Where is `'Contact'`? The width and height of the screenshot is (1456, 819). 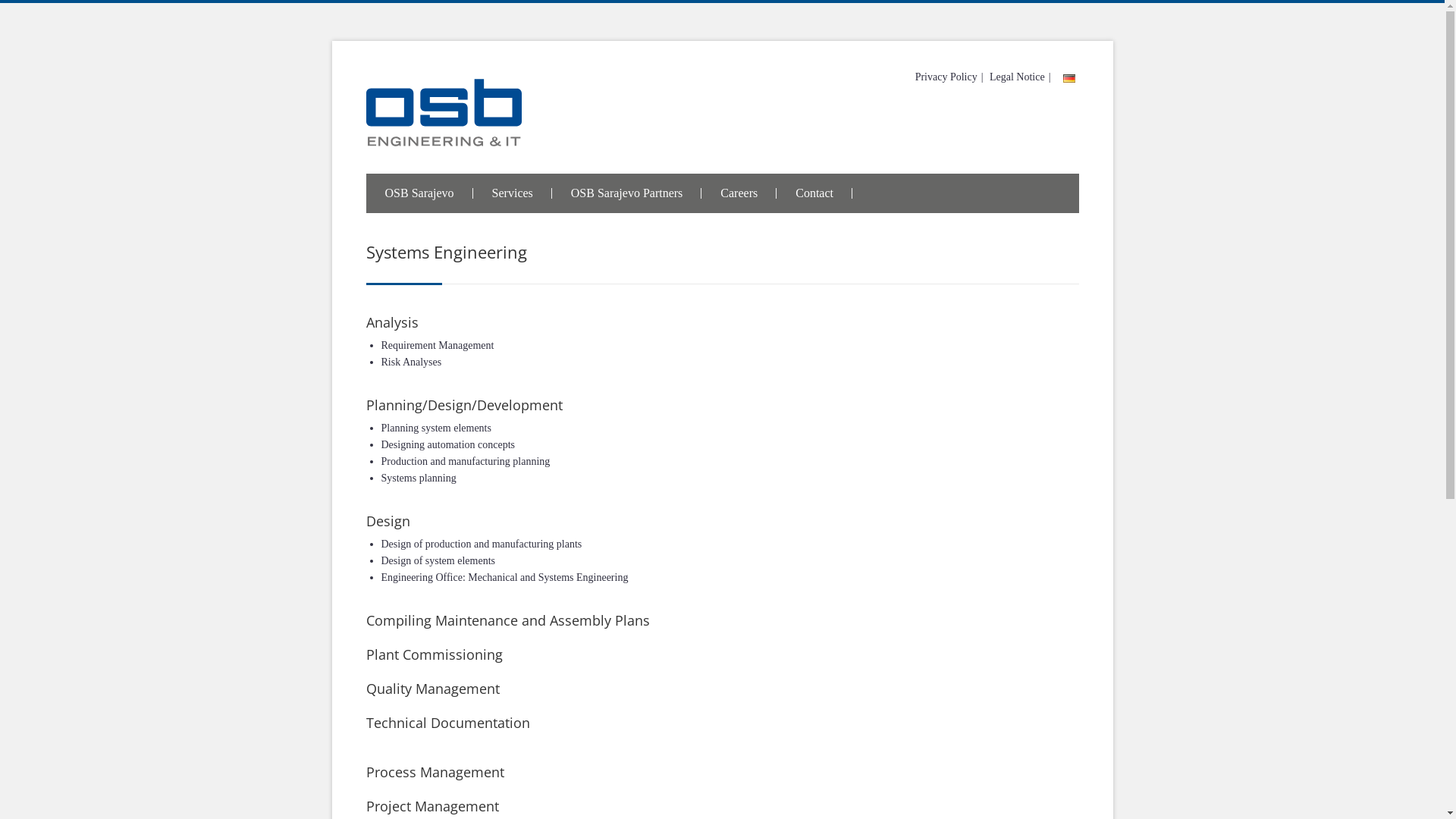 'Contact' is located at coordinates (814, 192).